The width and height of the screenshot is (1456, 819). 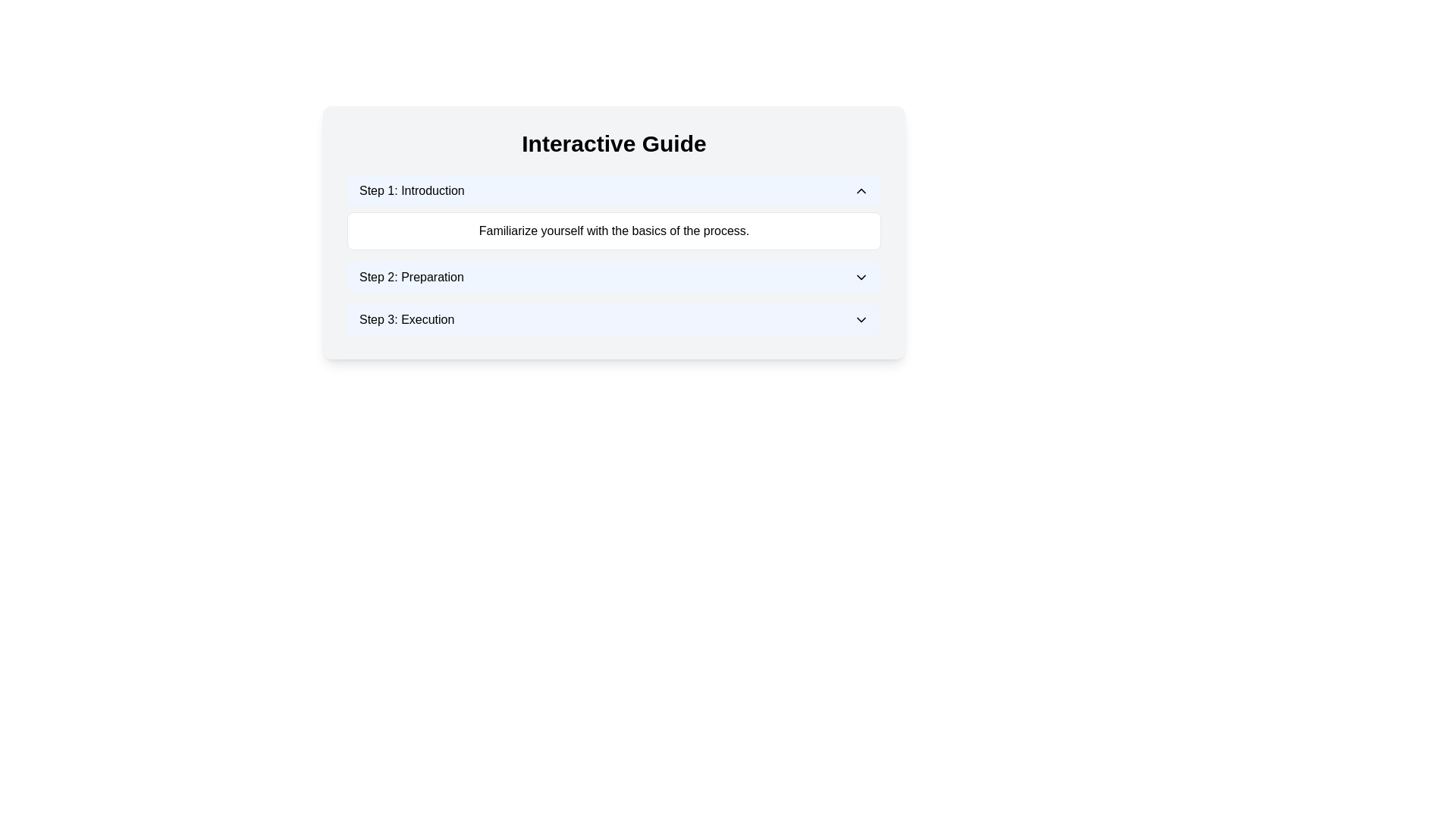 What do you see at coordinates (614, 213) in the screenshot?
I see `the first section in the interactive guide, which includes a dropdown toggle for additional information` at bounding box center [614, 213].